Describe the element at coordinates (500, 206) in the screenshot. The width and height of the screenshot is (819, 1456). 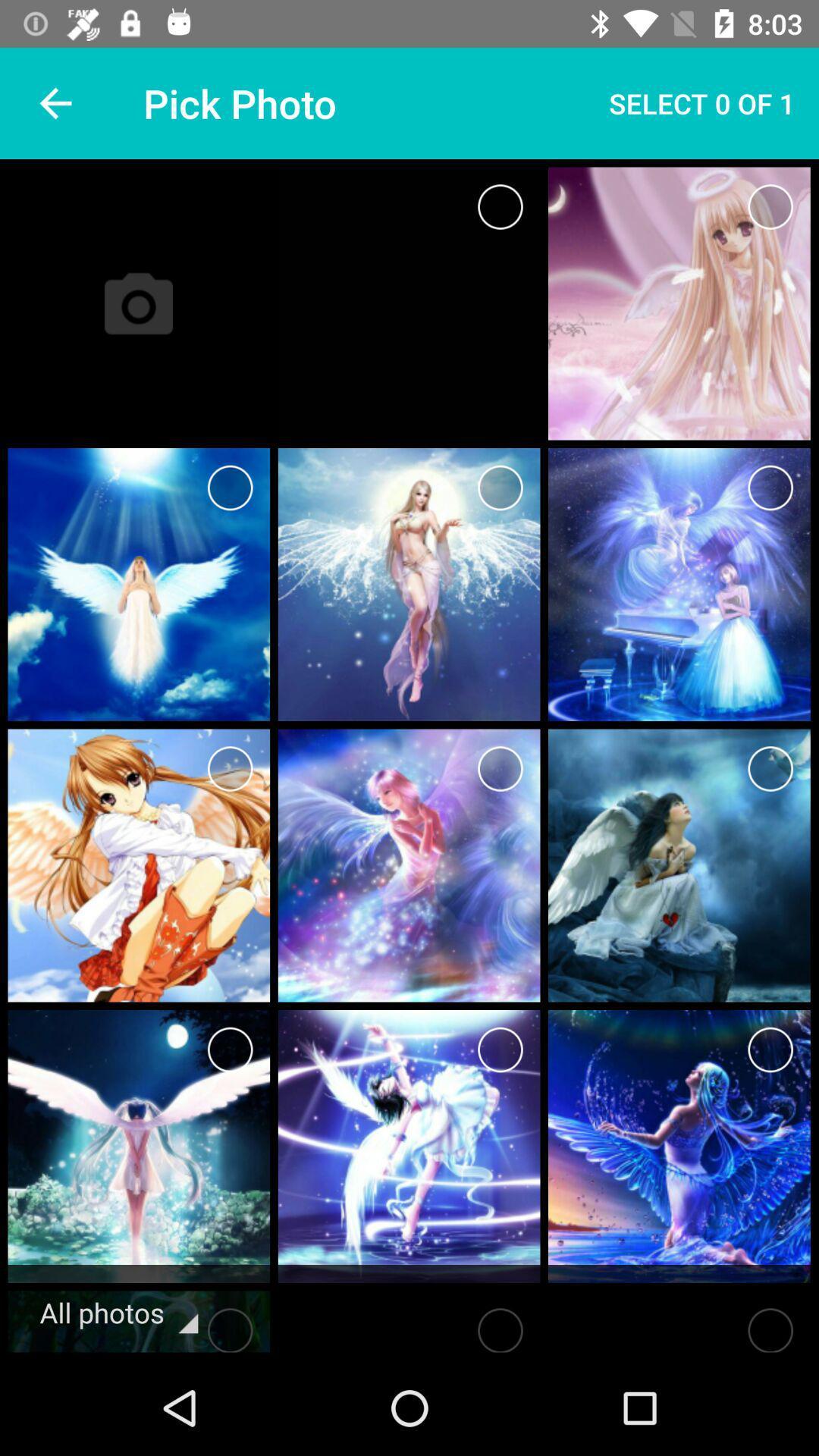
I see `choose background image` at that location.